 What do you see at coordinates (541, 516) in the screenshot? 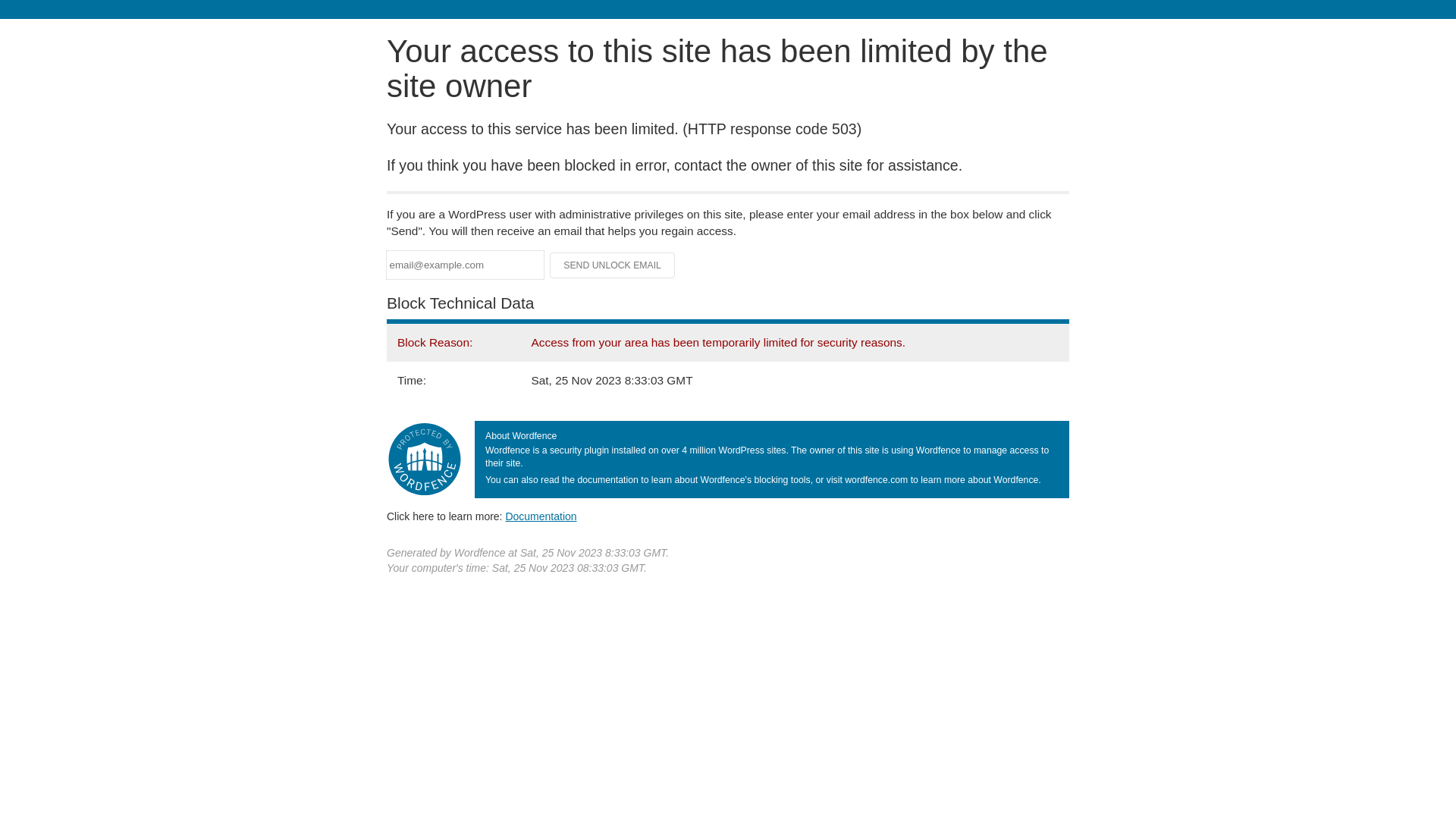
I see `'Documentation'` at bounding box center [541, 516].